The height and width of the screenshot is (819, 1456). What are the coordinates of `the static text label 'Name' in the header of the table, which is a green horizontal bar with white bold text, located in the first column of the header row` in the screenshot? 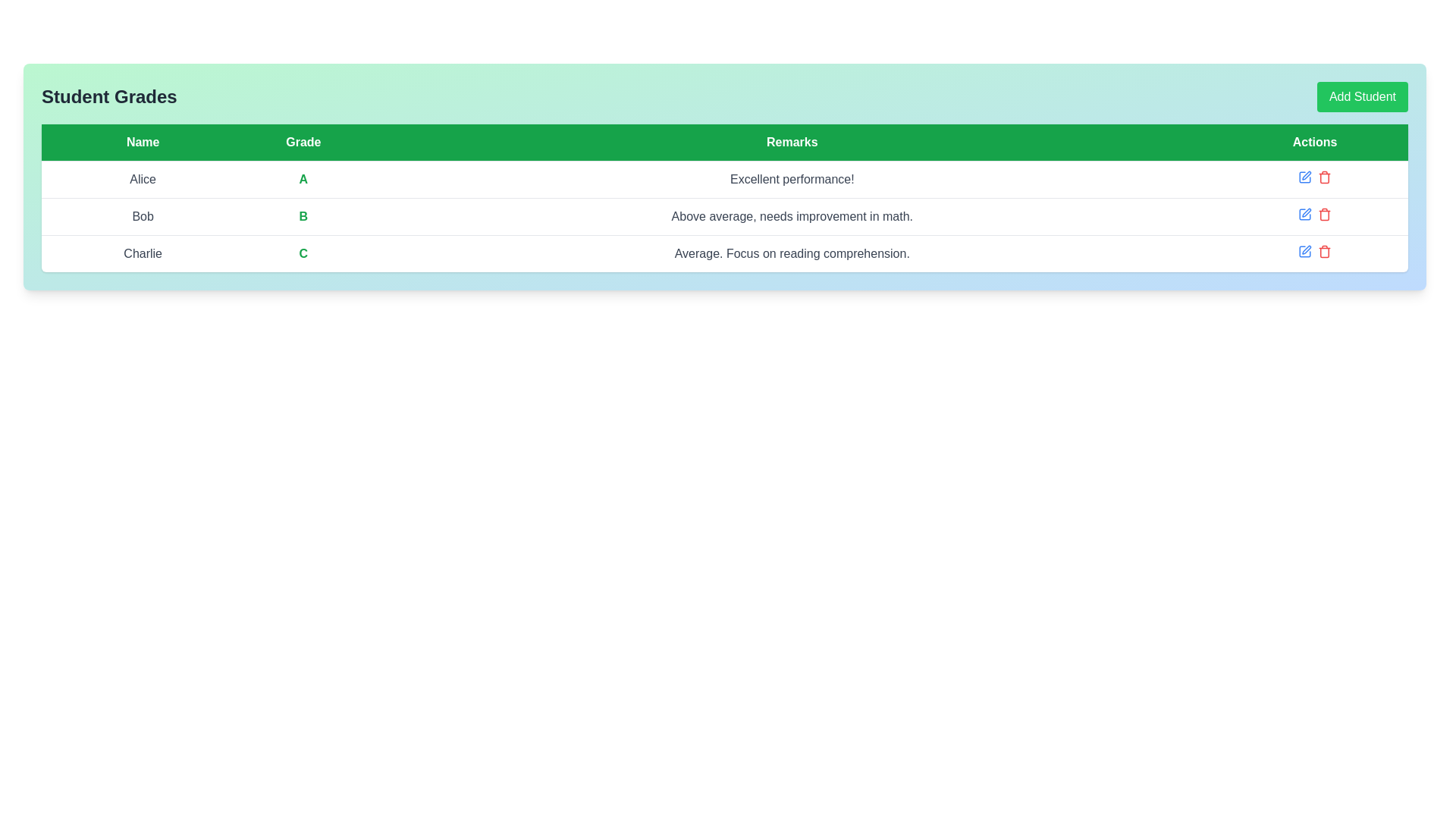 It's located at (143, 143).